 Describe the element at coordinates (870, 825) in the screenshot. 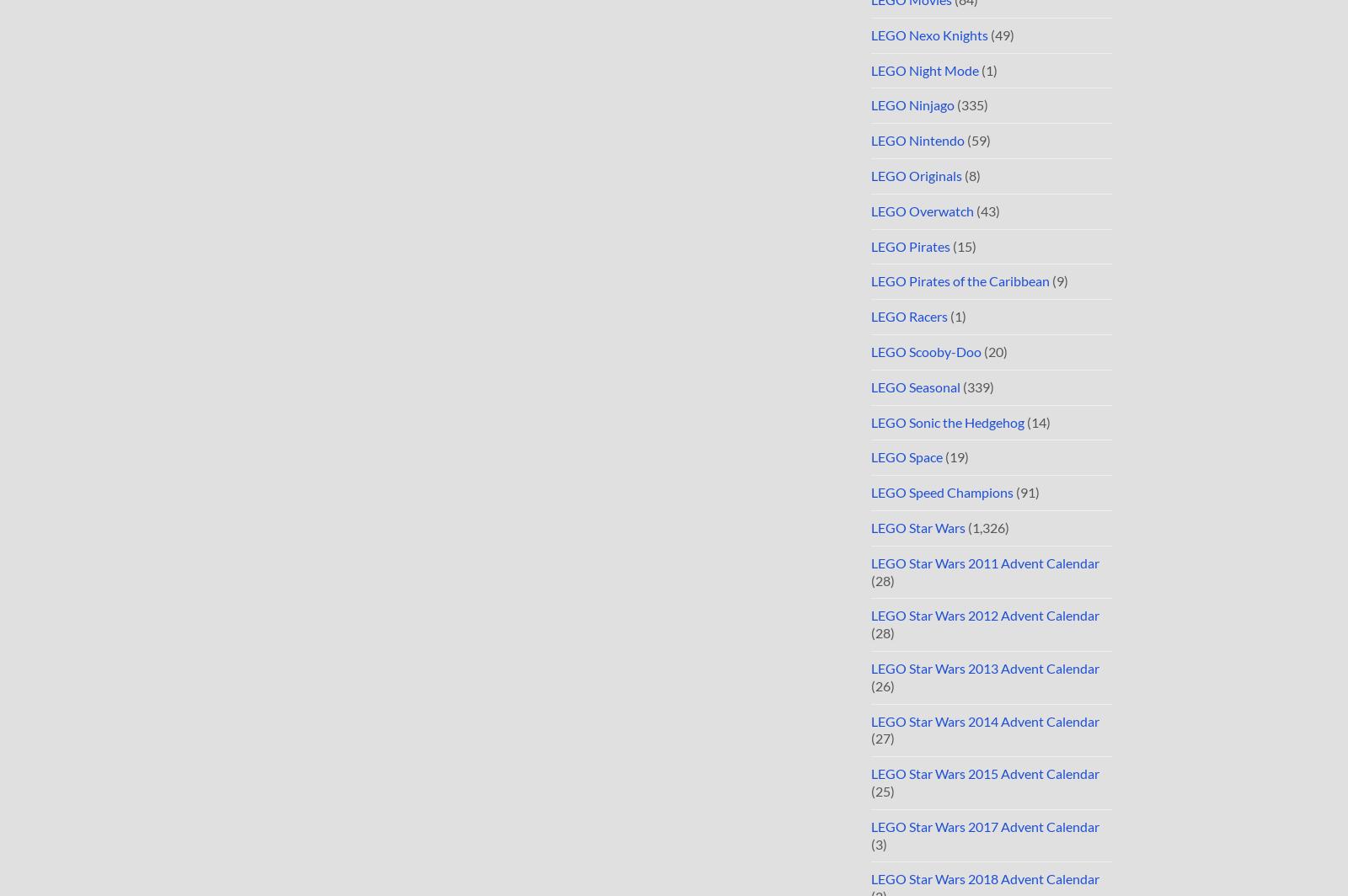

I see `'LEGO Star Wars 2017 Advent Calendar'` at that location.